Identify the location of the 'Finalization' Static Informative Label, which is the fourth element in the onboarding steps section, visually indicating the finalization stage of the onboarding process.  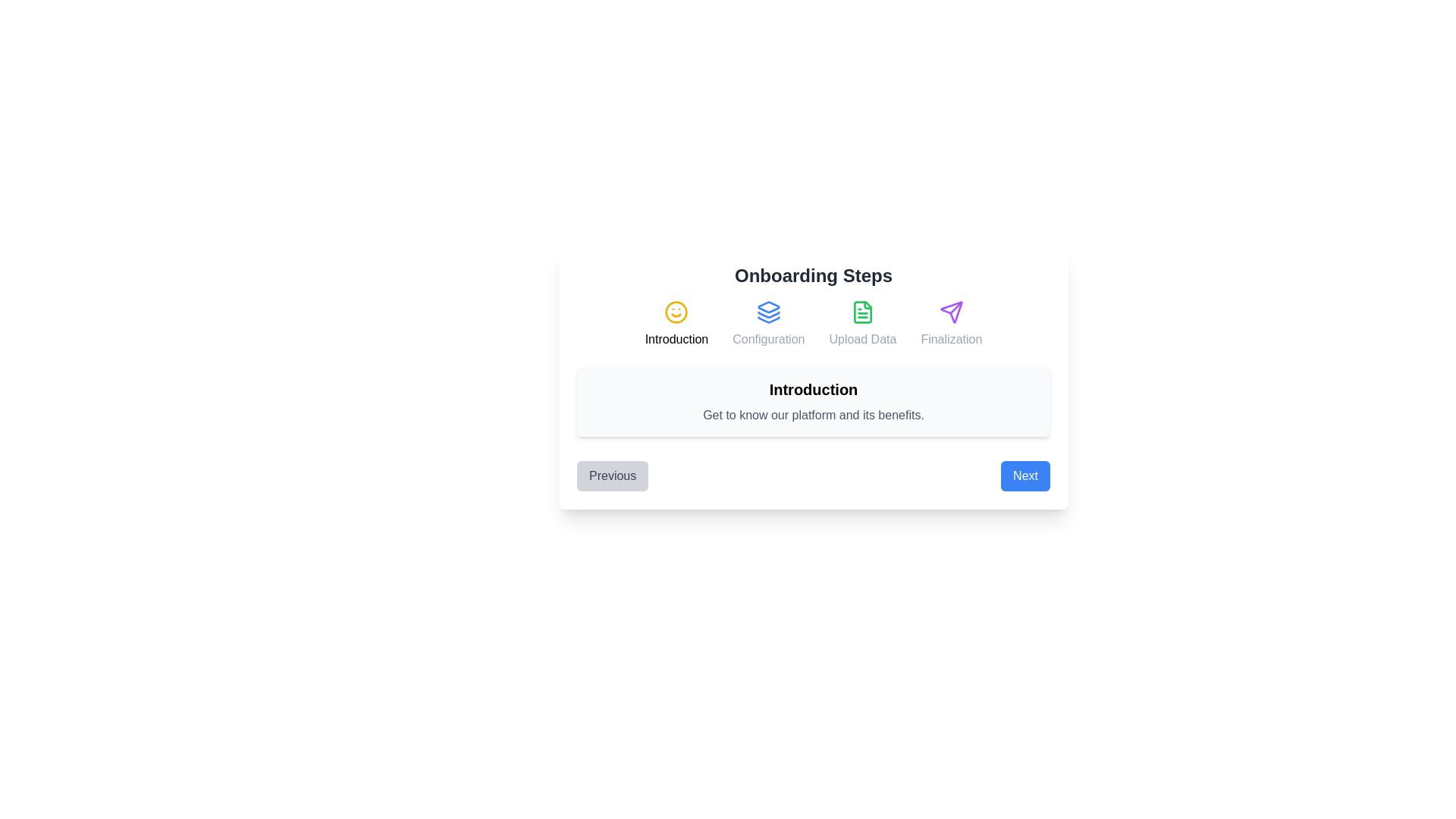
(950, 324).